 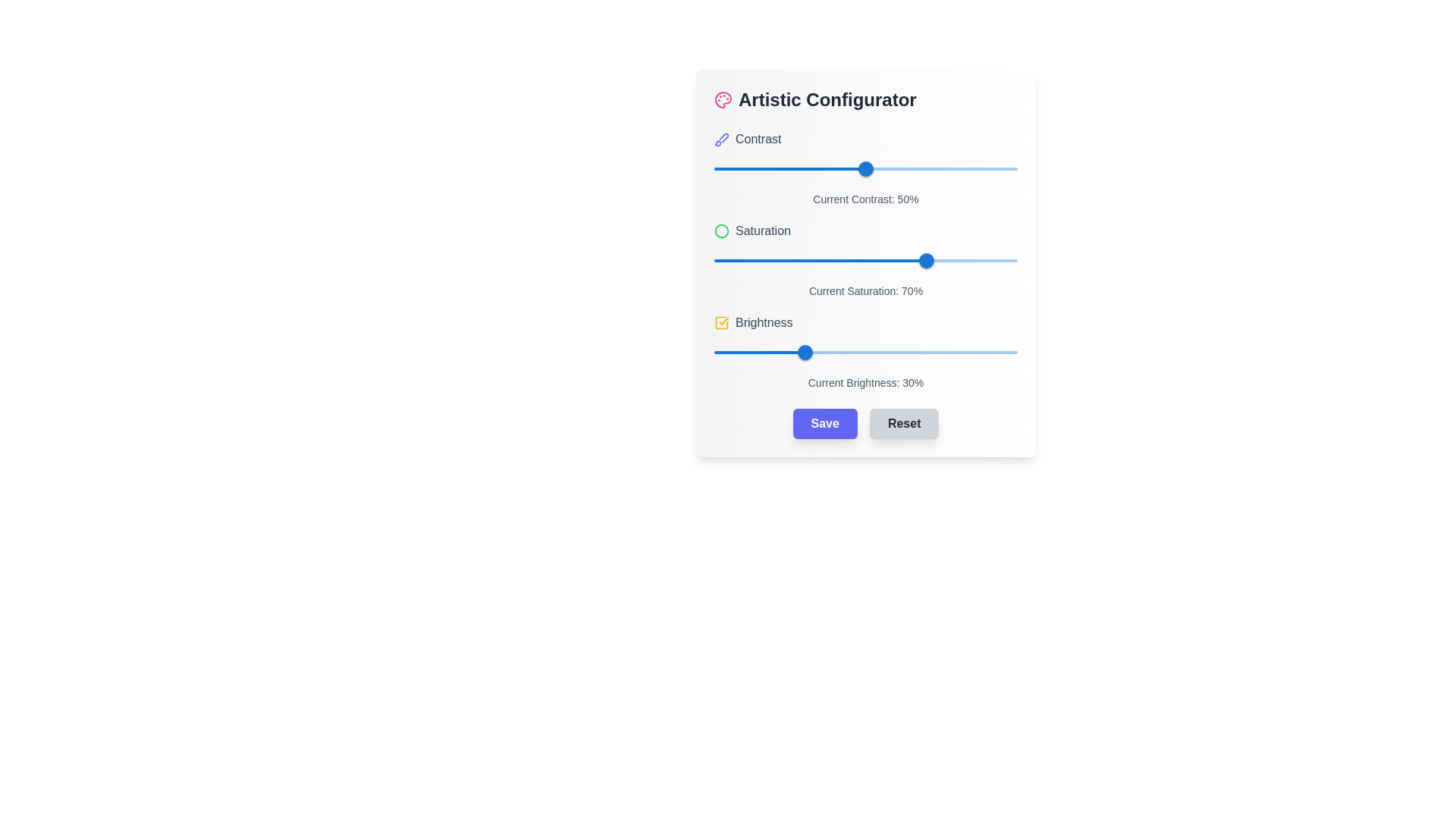 I want to click on the contrast level, so click(x=866, y=169).